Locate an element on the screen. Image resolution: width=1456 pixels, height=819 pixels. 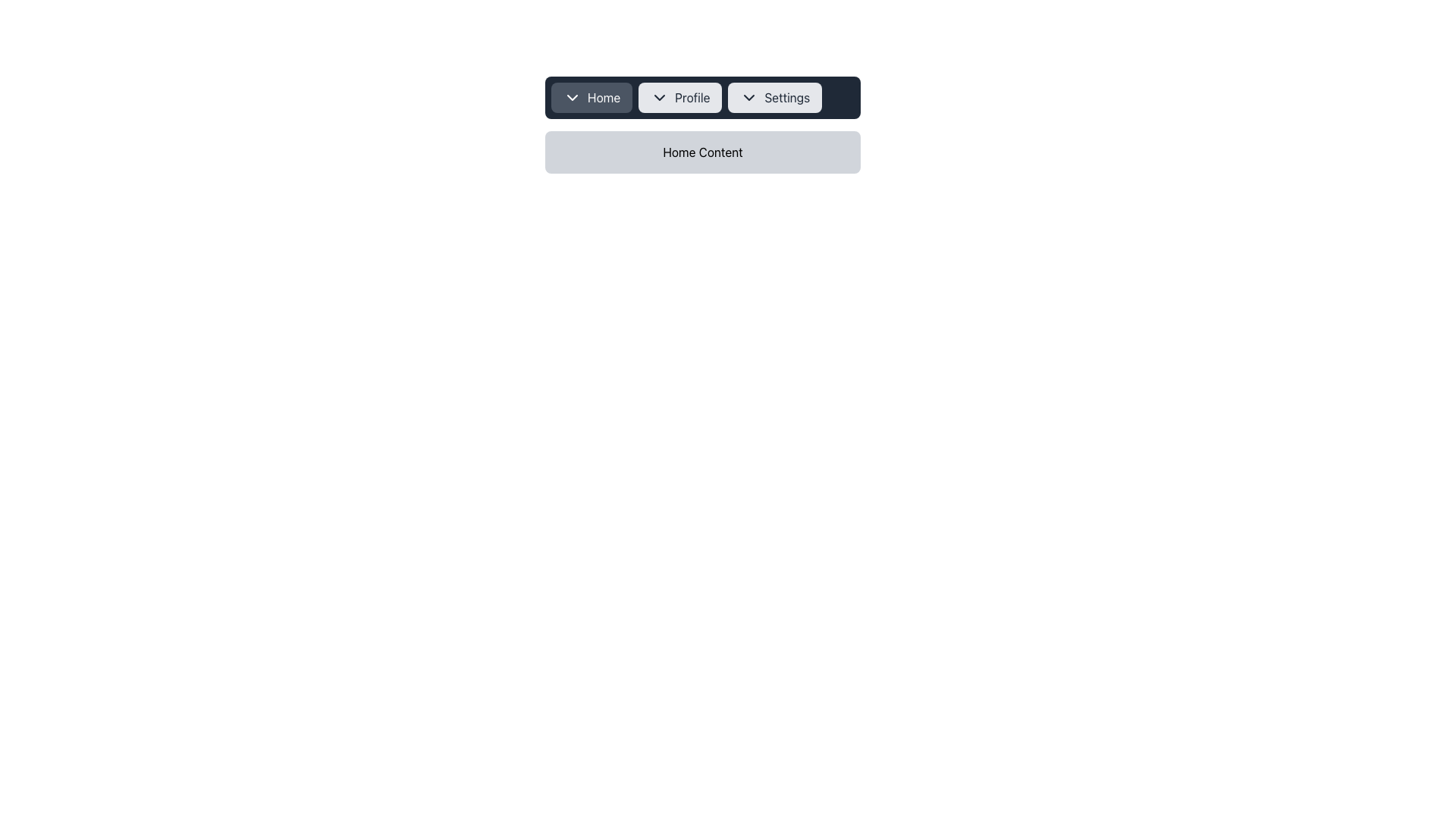
the 'Home' button in the top-left section of the navigation bar is located at coordinates (591, 97).